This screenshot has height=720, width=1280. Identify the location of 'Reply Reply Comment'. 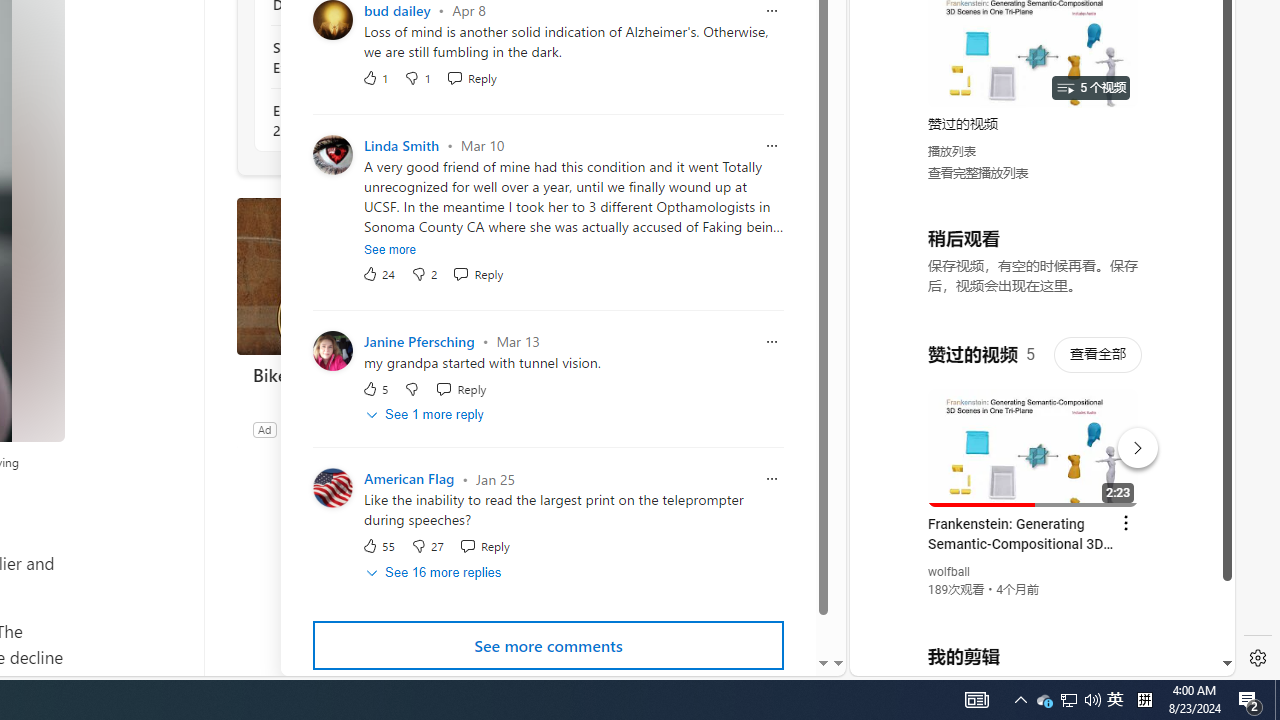
(484, 546).